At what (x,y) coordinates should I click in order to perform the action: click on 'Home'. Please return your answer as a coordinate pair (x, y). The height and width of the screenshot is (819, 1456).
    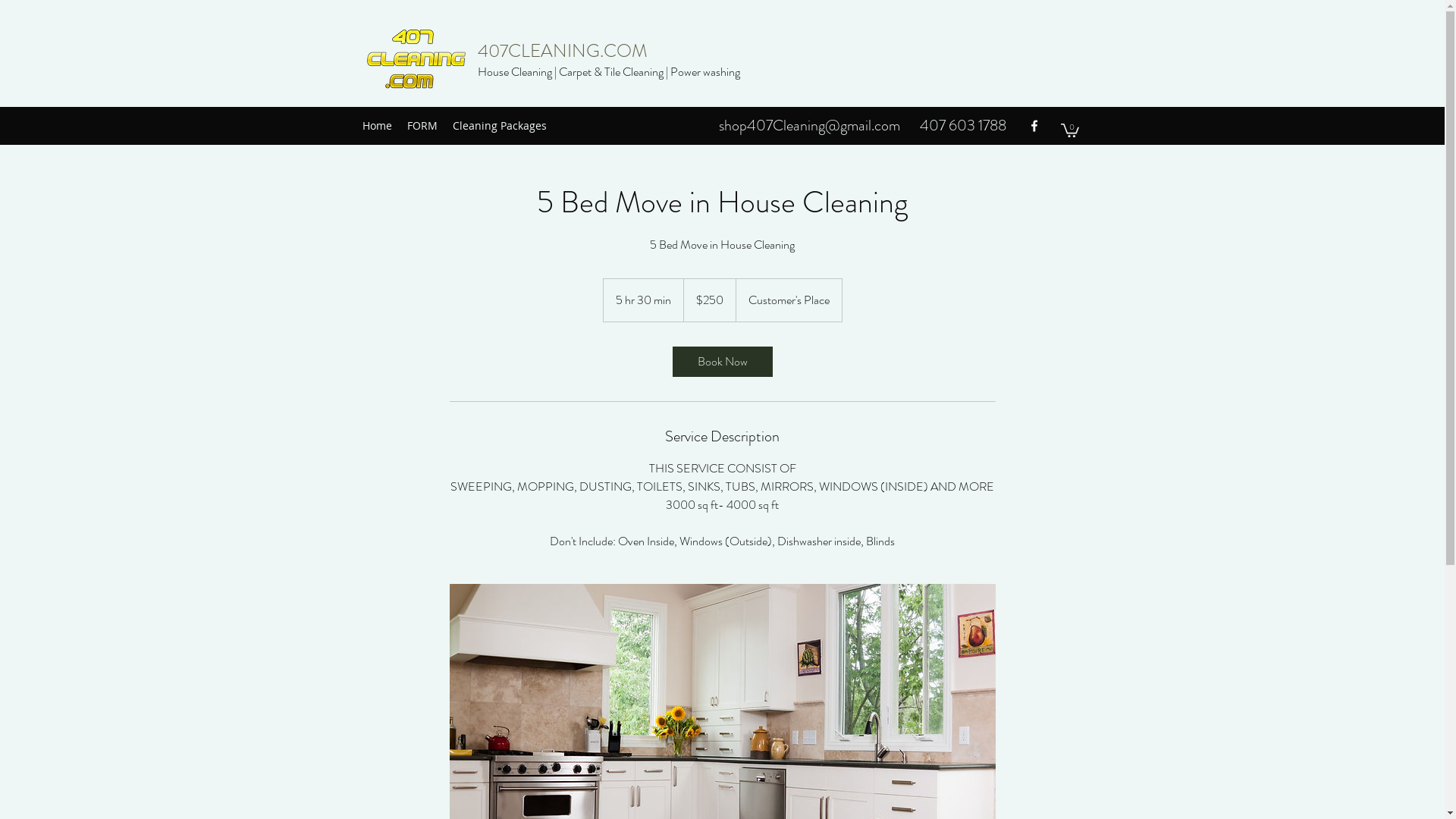
    Looking at the image, I should click on (353, 124).